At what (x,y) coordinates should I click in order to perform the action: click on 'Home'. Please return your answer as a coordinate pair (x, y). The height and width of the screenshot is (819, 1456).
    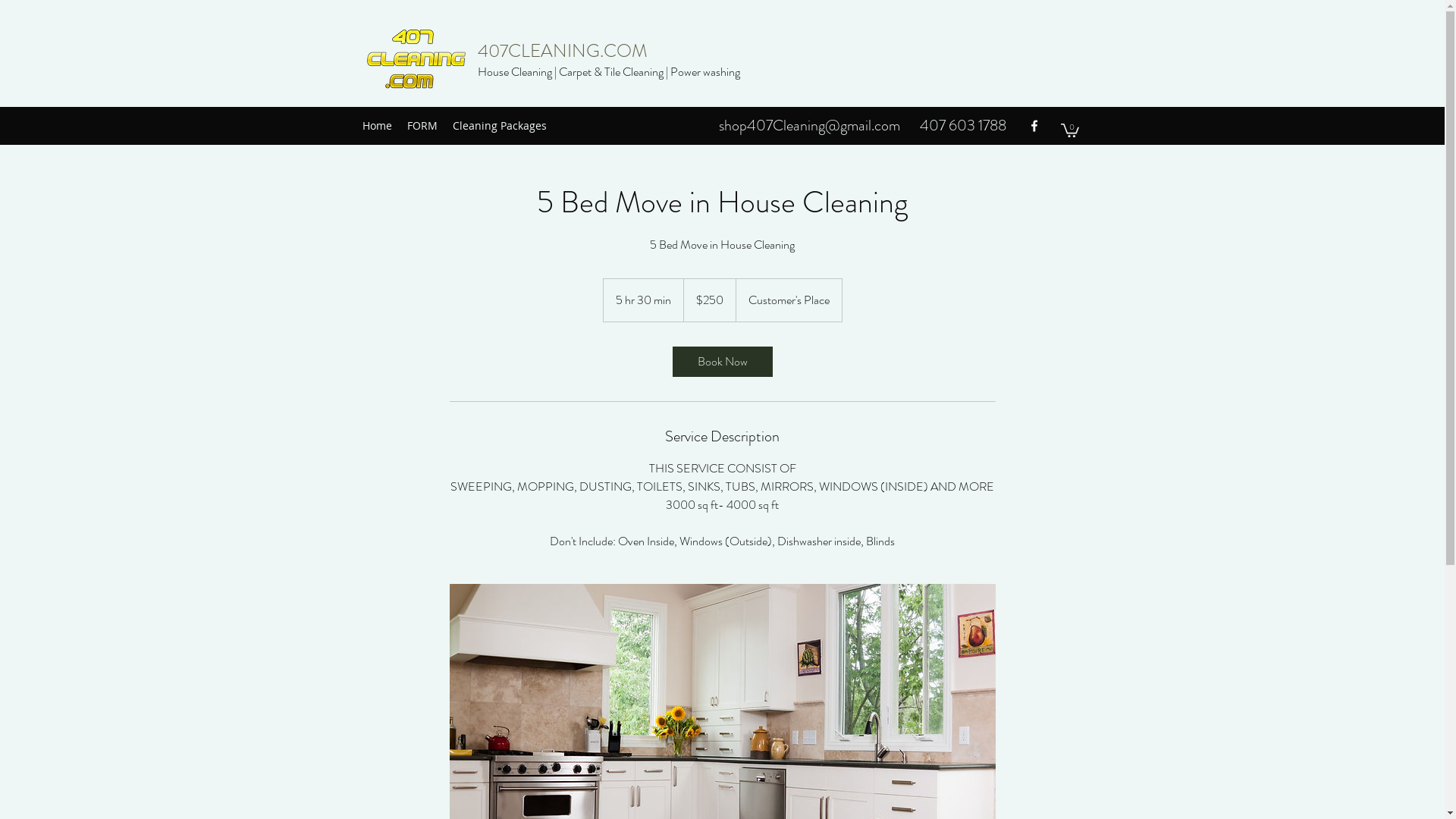
    Looking at the image, I should click on (353, 124).